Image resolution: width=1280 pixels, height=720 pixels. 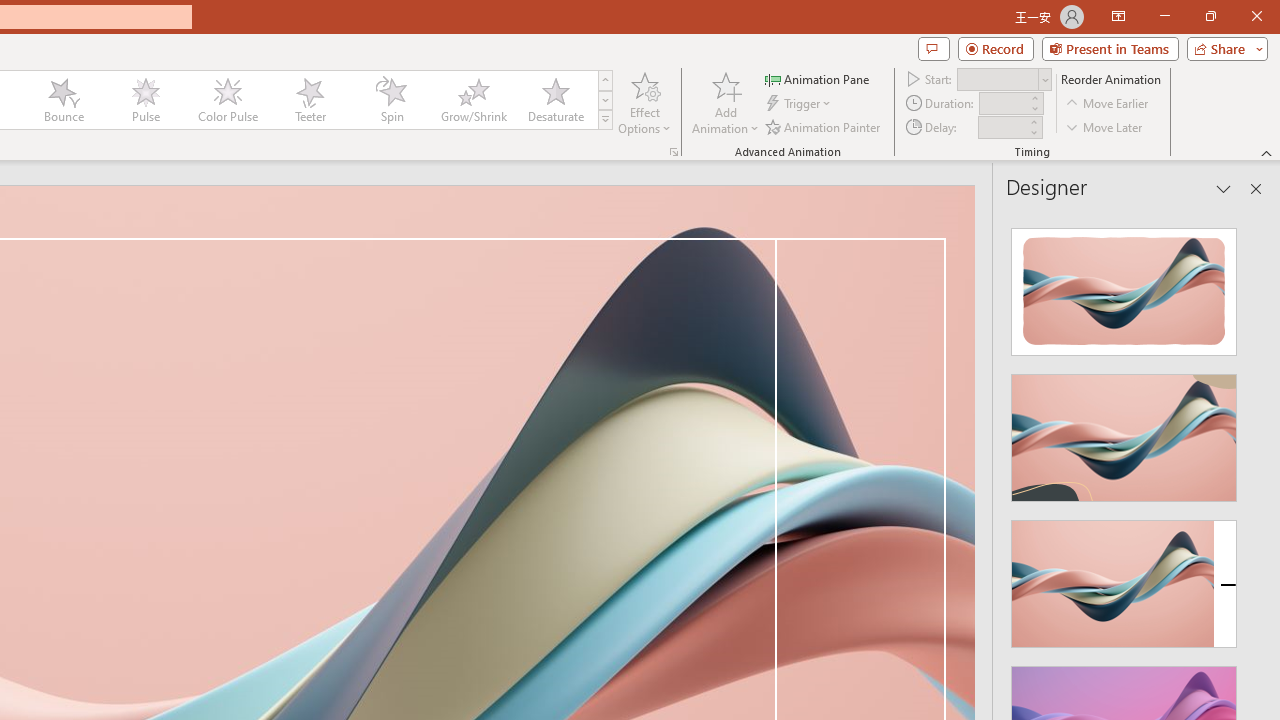 What do you see at coordinates (391, 100) in the screenshot?
I see `'Spin'` at bounding box center [391, 100].